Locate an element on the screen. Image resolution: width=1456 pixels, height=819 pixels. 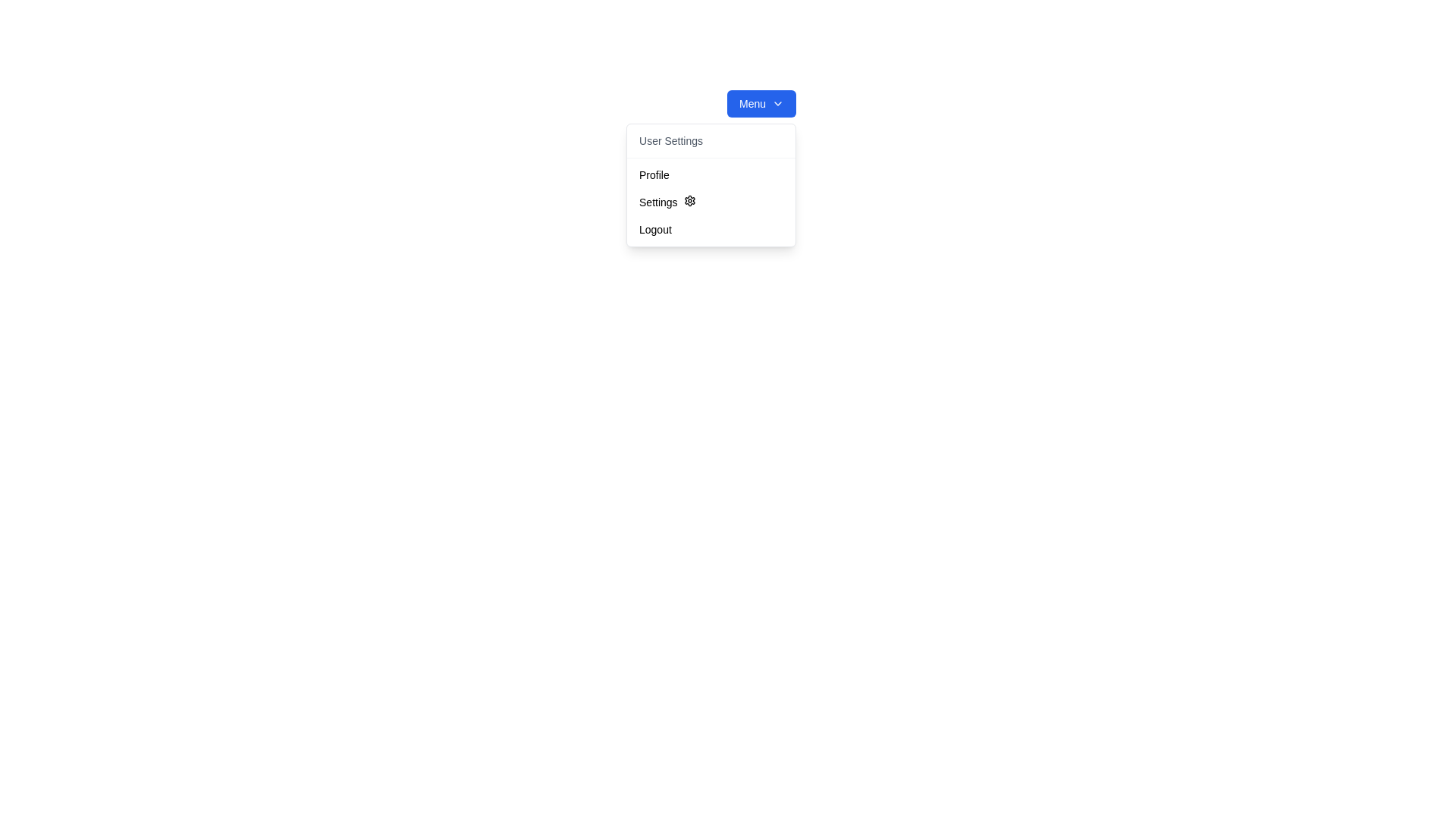
the settings button located in the vertical menu between the 'Profile' option above and the 'Logout' option below is located at coordinates (711, 201).